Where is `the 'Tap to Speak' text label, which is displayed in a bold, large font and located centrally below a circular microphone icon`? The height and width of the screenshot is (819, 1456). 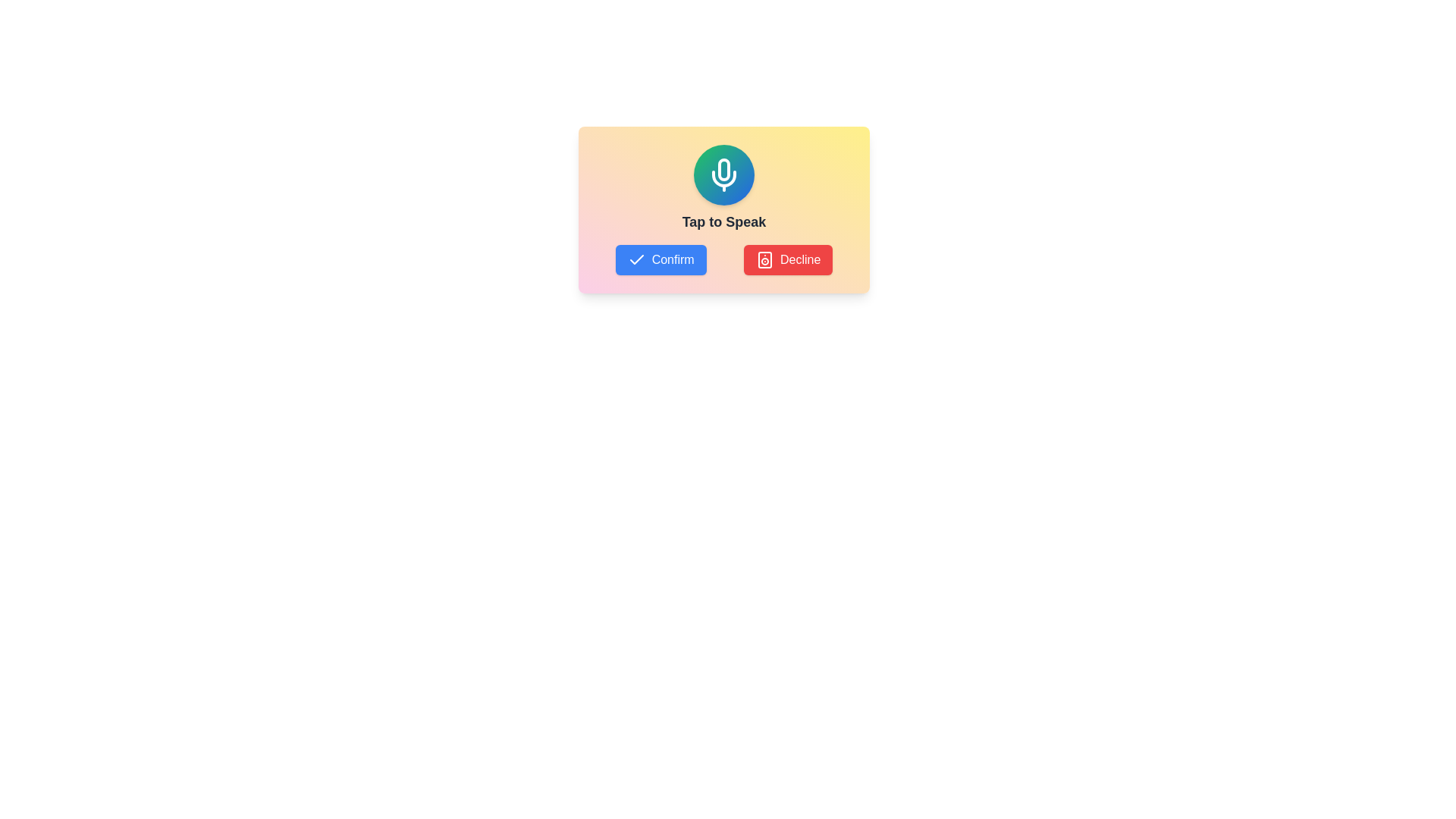 the 'Tap to Speak' text label, which is displayed in a bold, large font and located centrally below a circular microphone icon is located at coordinates (723, 222).